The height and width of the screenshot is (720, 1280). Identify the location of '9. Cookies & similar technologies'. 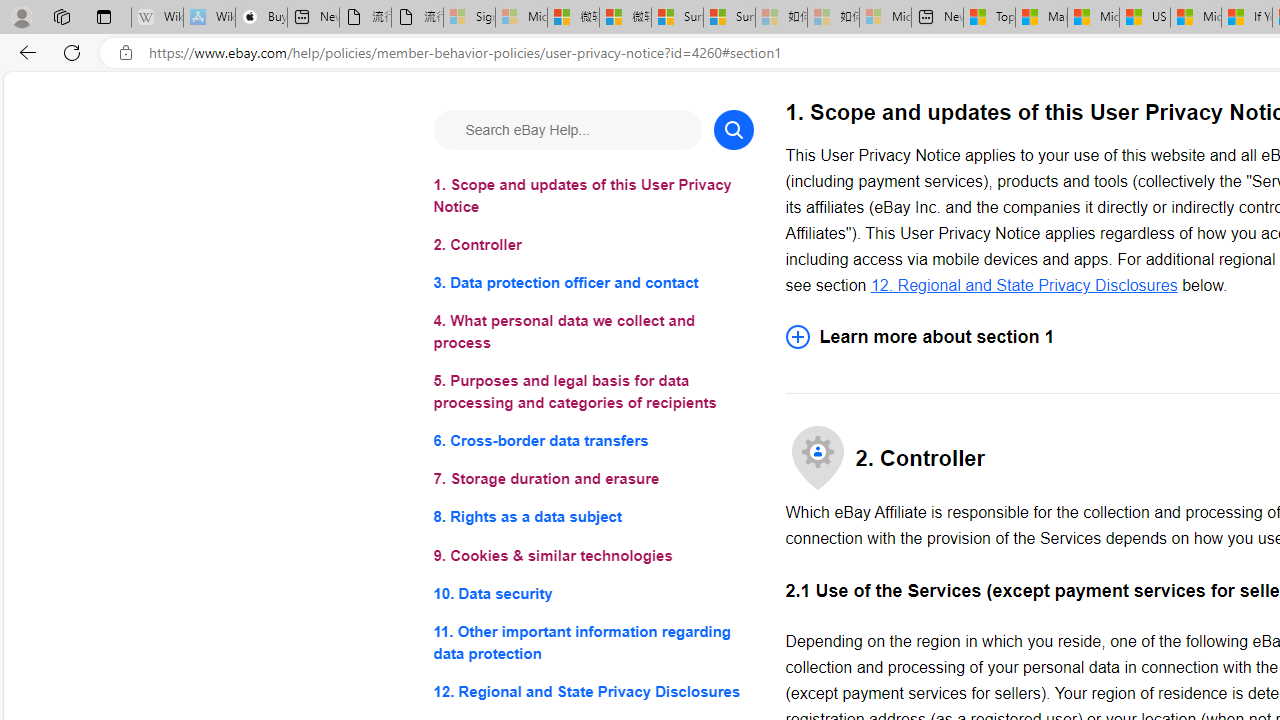
(592, 555).